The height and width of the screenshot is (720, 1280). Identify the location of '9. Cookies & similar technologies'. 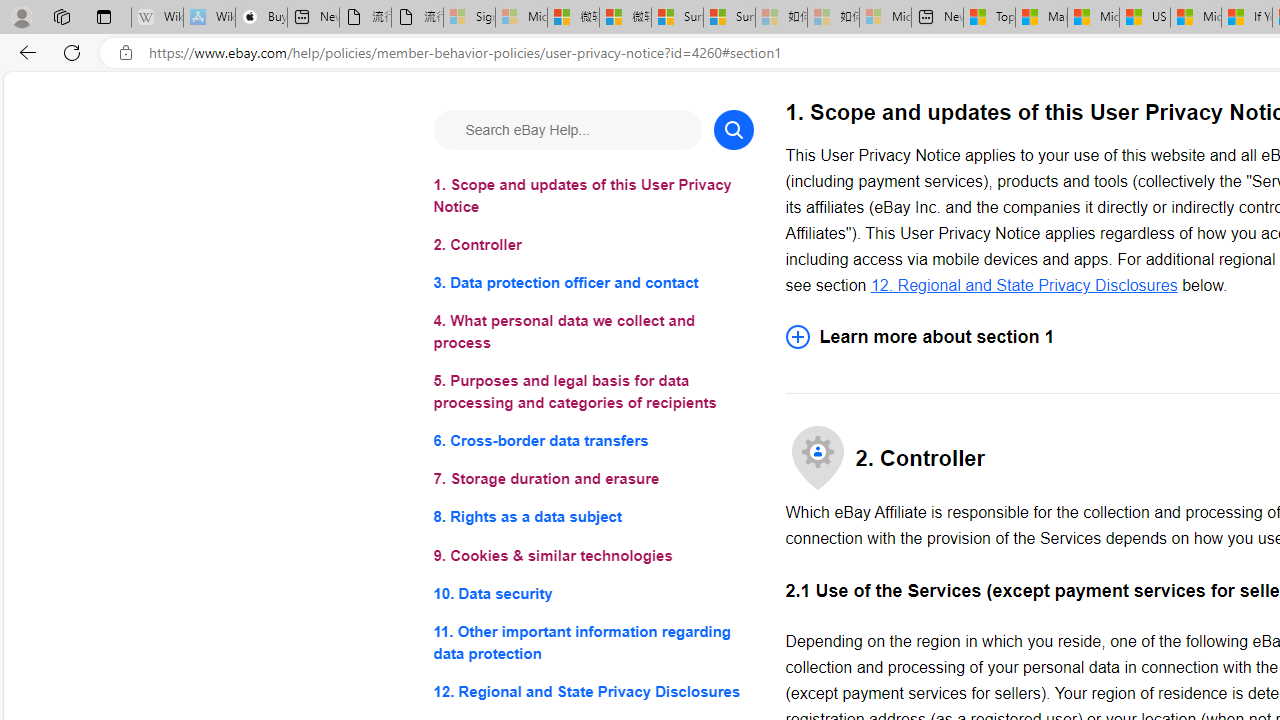
(592, 555).